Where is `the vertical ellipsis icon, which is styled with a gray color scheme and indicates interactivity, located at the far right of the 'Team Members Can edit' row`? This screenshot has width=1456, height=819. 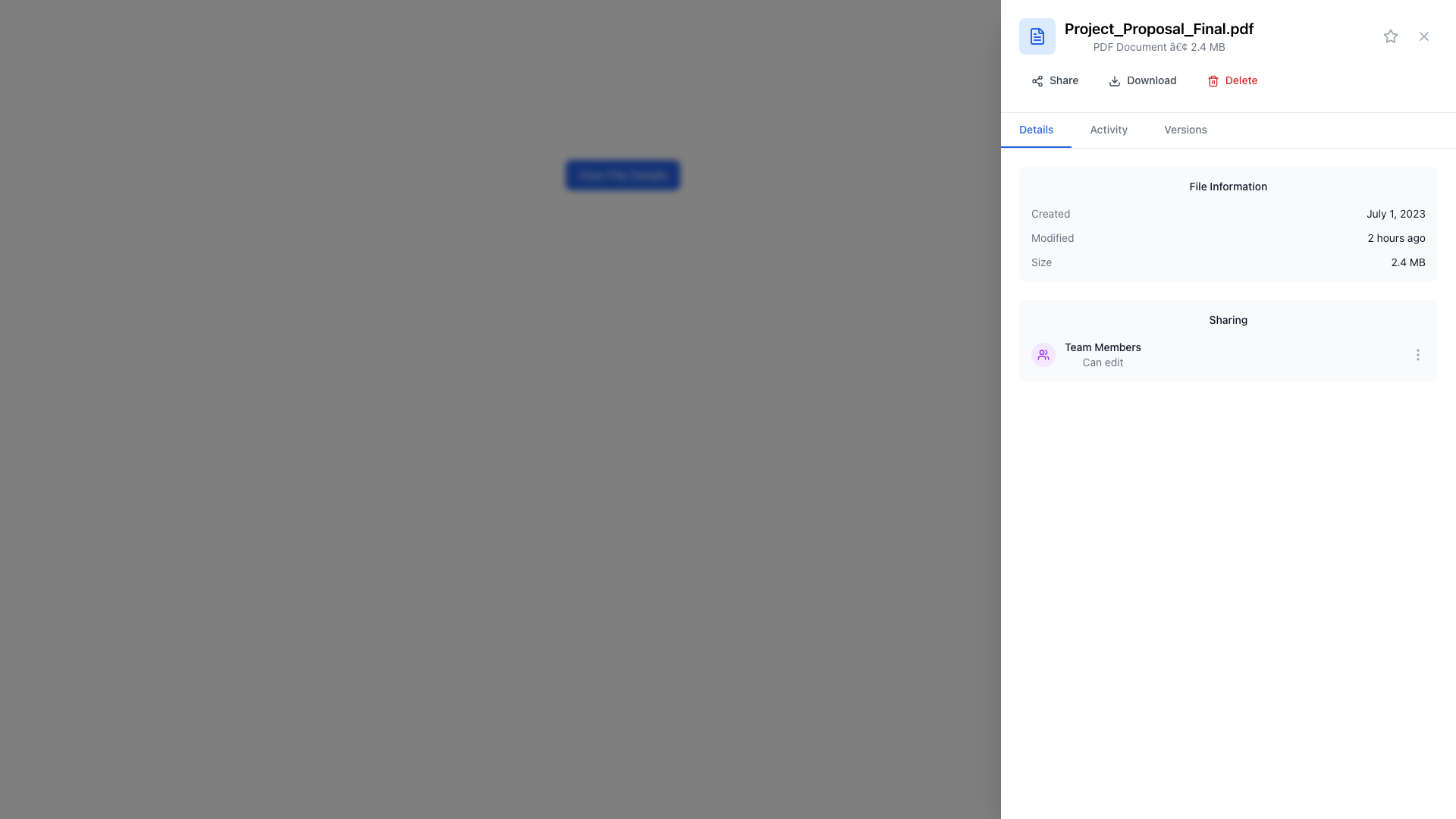 the vertical ellipsis icon, which is styled with a gray color scheme and indicates interactivity, located at the far right of the 'Team Members Can edit' row is located at coordinates (1417, 354).